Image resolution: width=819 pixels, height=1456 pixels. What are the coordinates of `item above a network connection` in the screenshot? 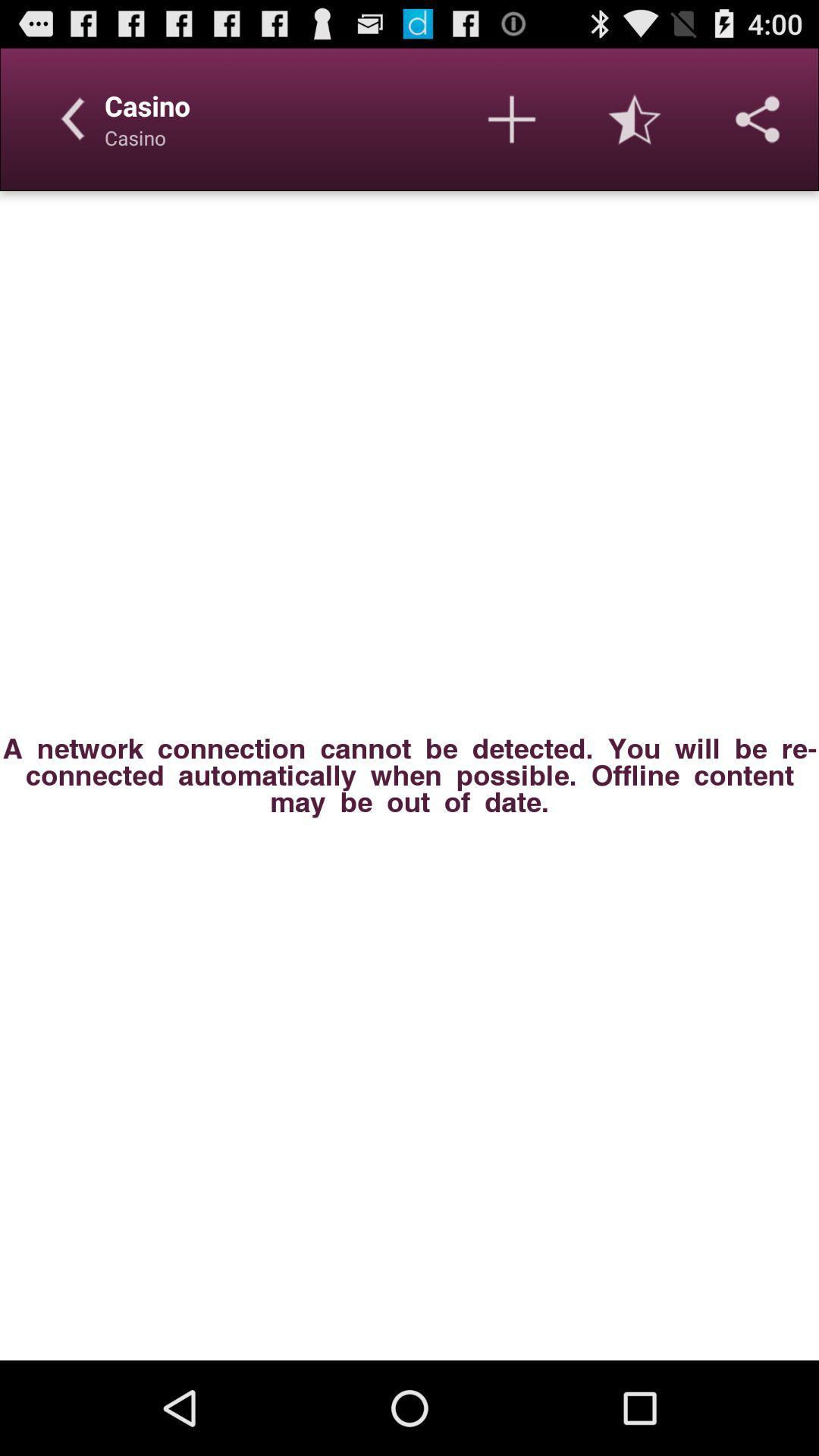 It's located at (635, 118).